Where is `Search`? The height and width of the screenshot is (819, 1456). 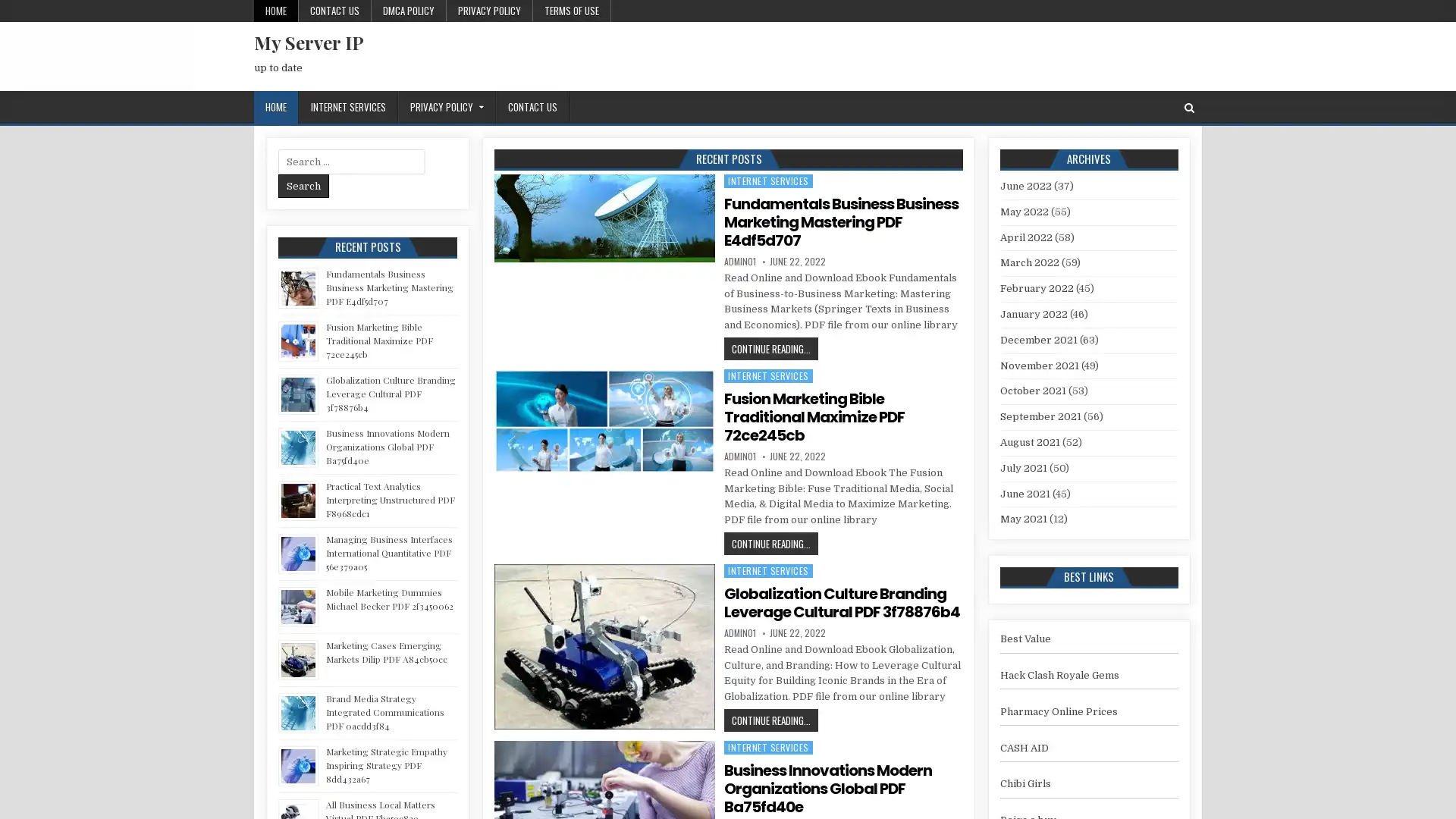 Search is located at coordinates (303, 185).